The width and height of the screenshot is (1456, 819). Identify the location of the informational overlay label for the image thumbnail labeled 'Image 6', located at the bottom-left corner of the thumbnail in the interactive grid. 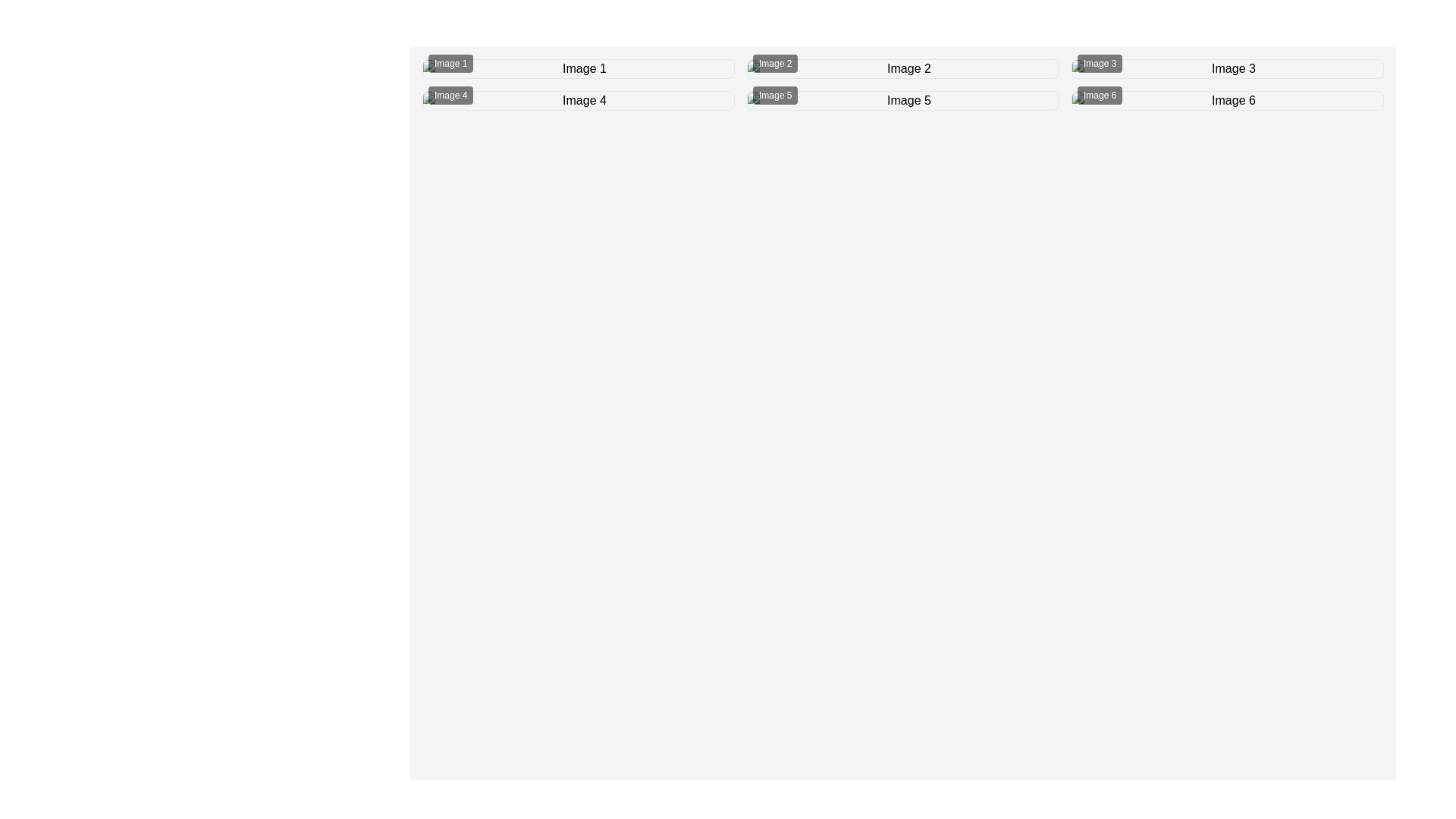
(1100, 96).